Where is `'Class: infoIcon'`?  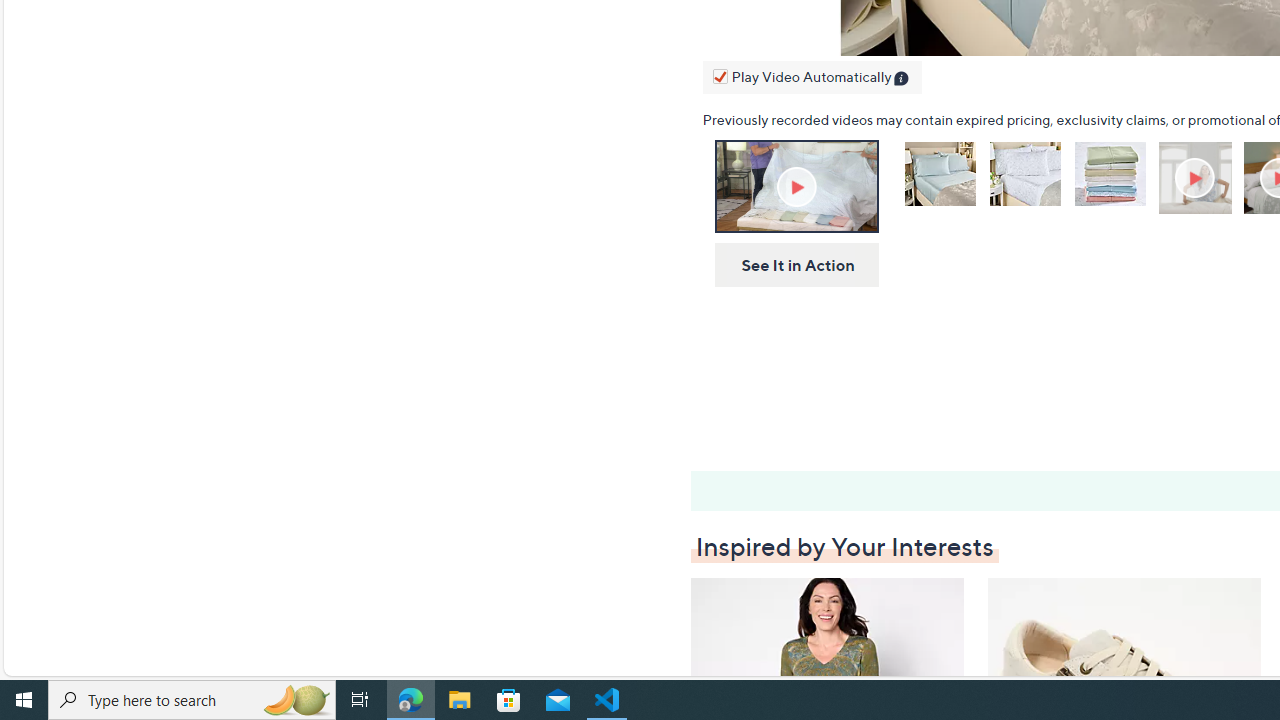
'Class: infoIcon' is located at coordinates (902, 79).